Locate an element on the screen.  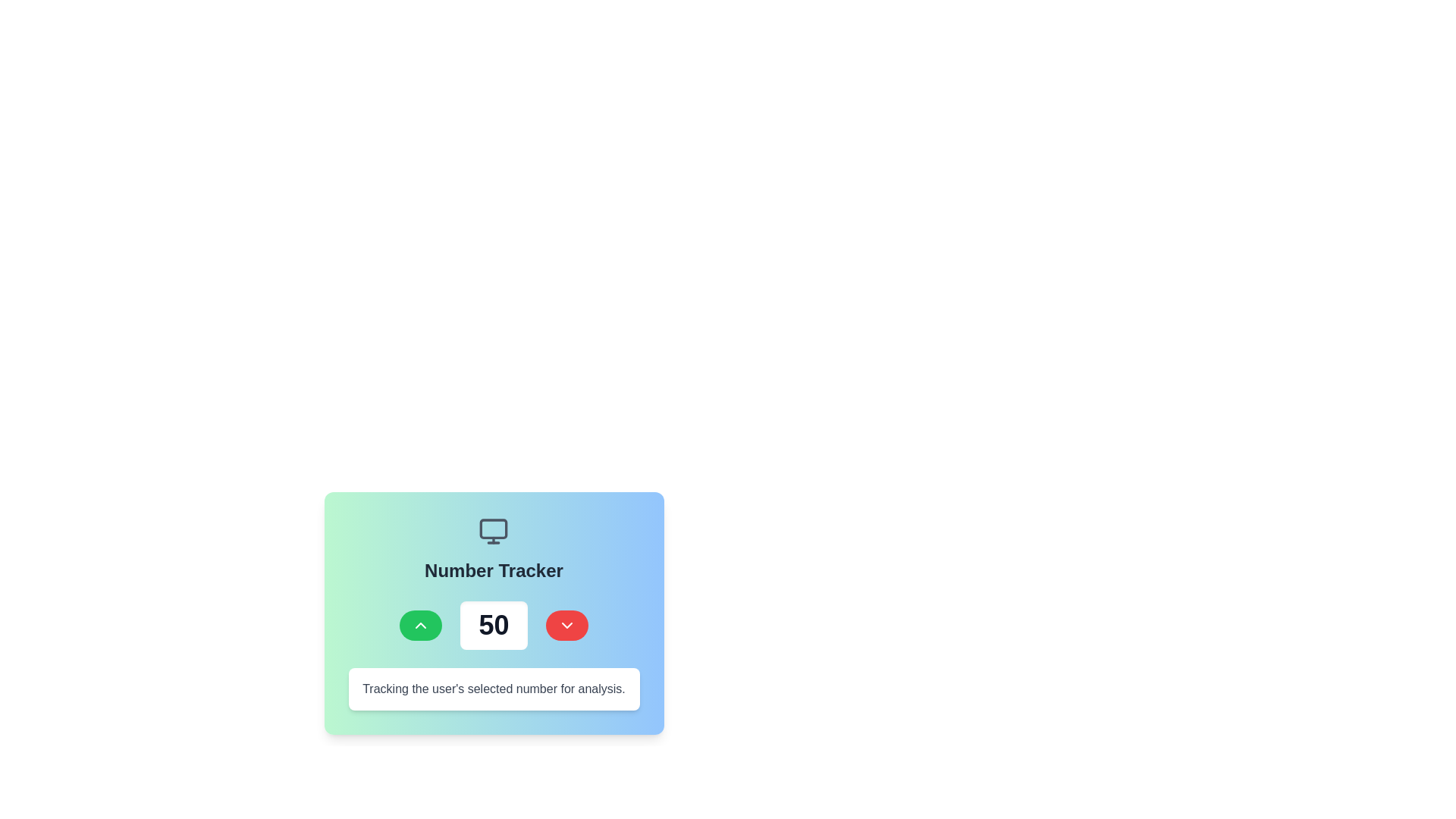
the Text display element that shows '50' in a bold and large font, which is located centrally between a green up arrow button and a red down arrow button is located at coordinates (494, 626).